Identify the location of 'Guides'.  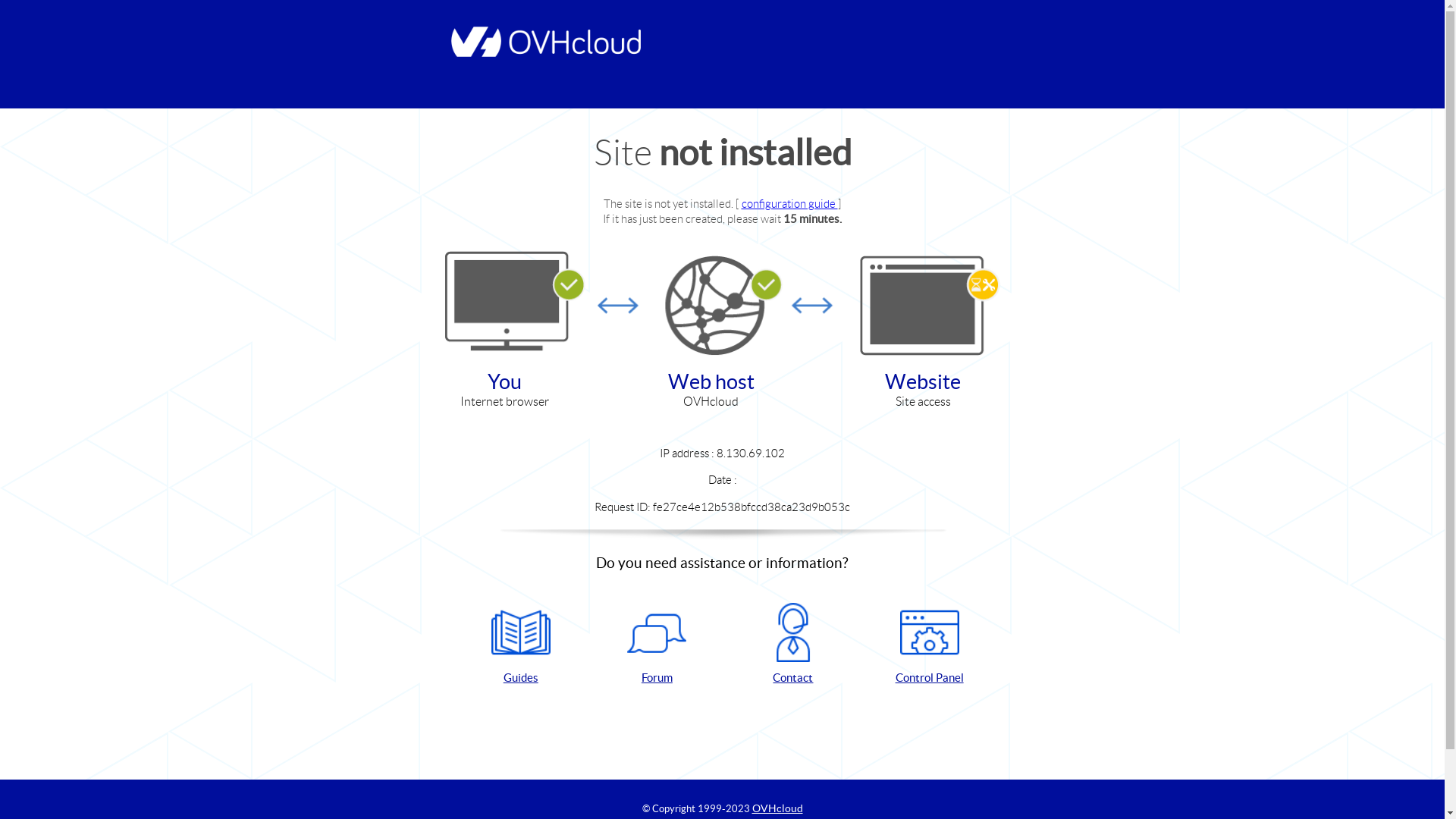
(520, 644).